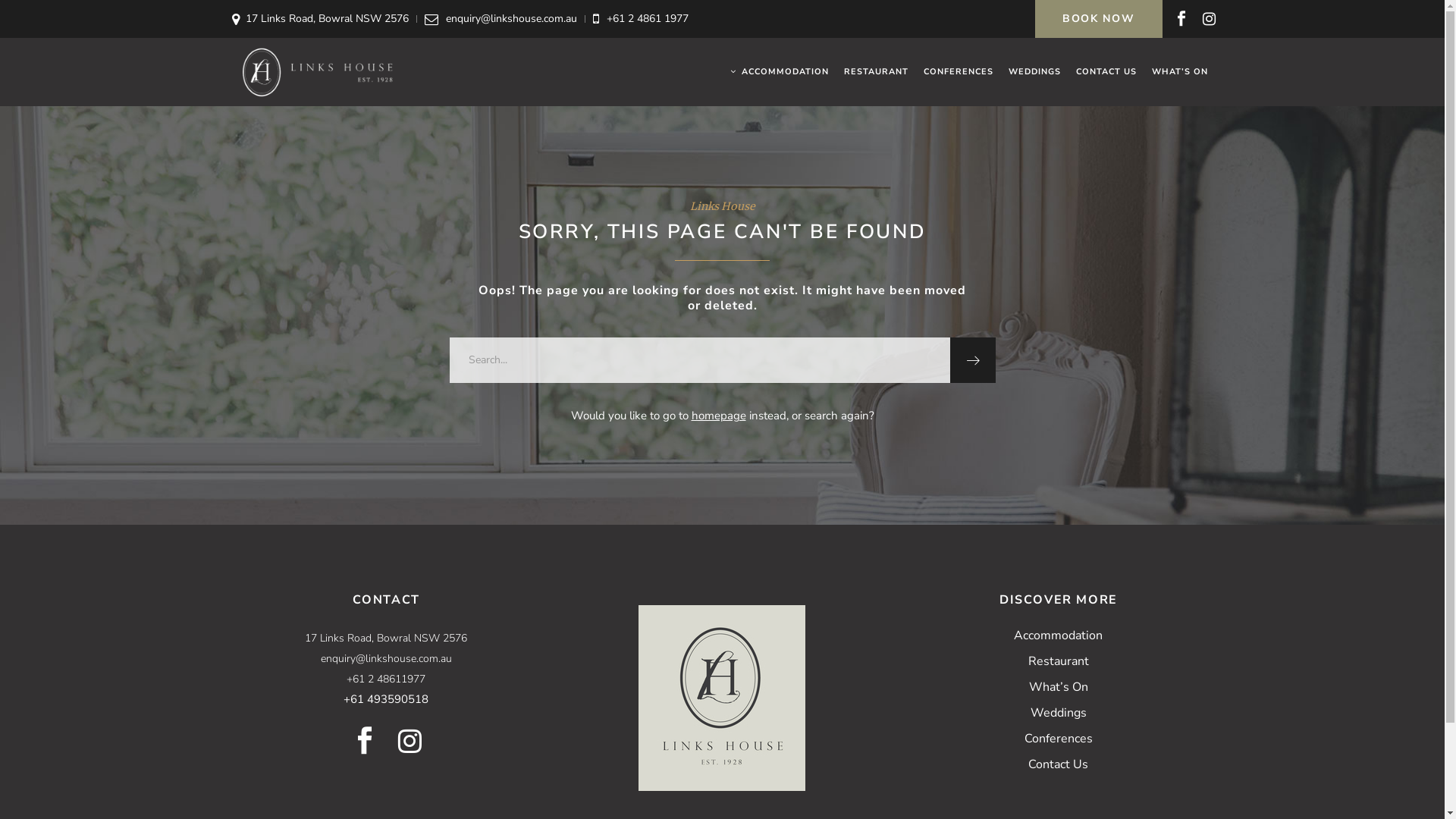 This screenshot has width=1456, height=819. Describe the element at coordinates (648, 18) in the screenshot. I see `'+61 2 4861 1977'` at that location.